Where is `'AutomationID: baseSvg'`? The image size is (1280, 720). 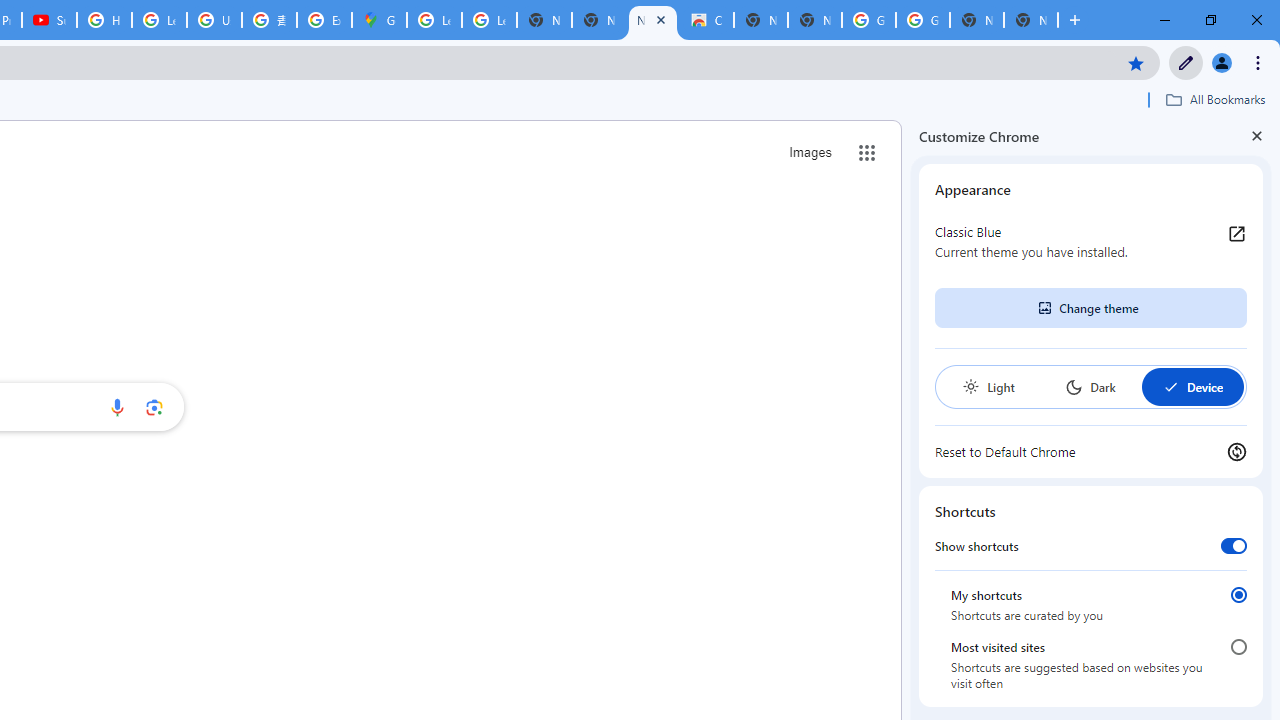 'AutomationID: baseSvg' is located at coordinates (1170, 387).